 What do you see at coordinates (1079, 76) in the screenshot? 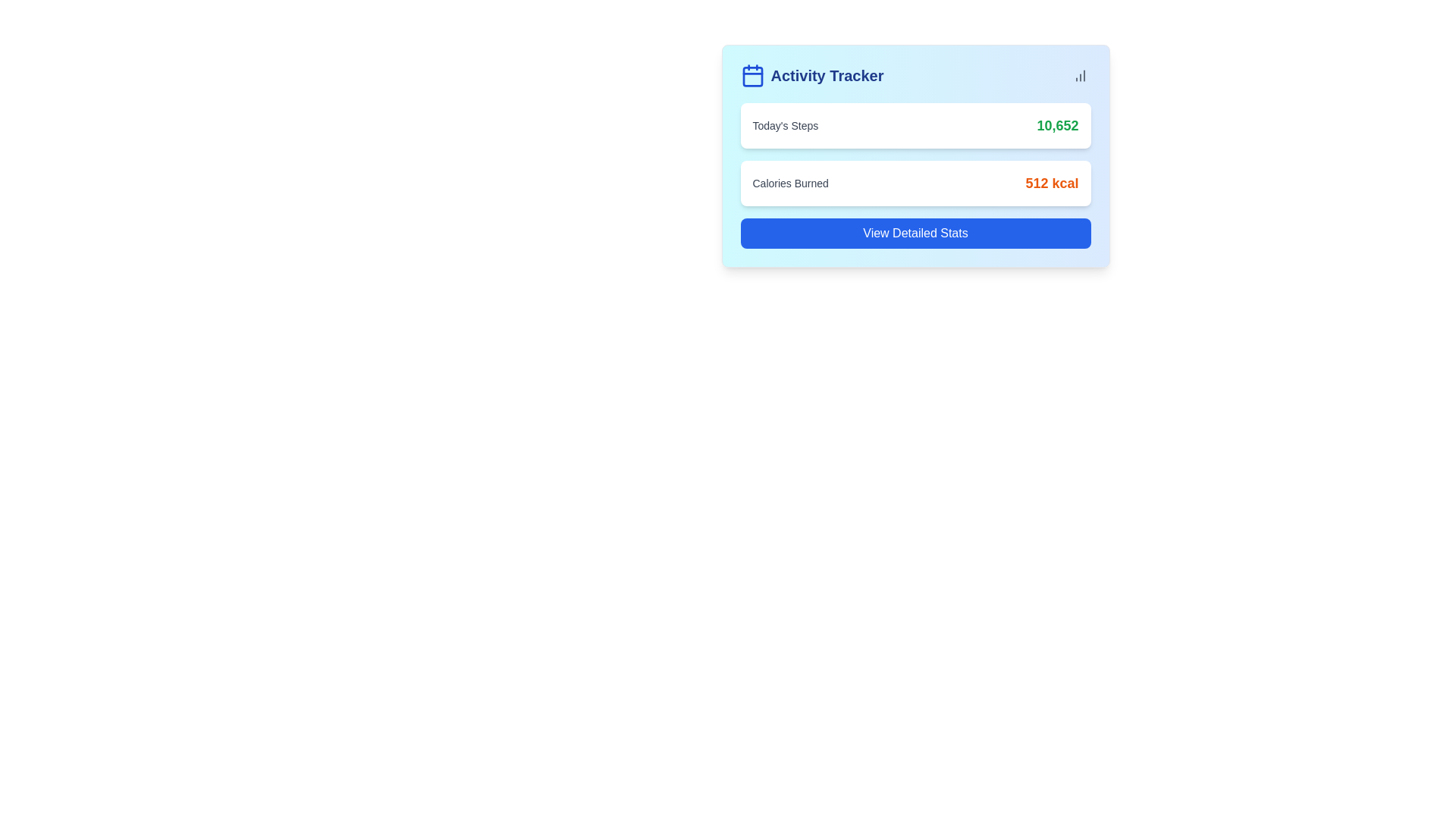
I see `the circular button with a chart icon located in the top-right corner of the 'Activity Tracker' header` at bounding box center [1079, 76].